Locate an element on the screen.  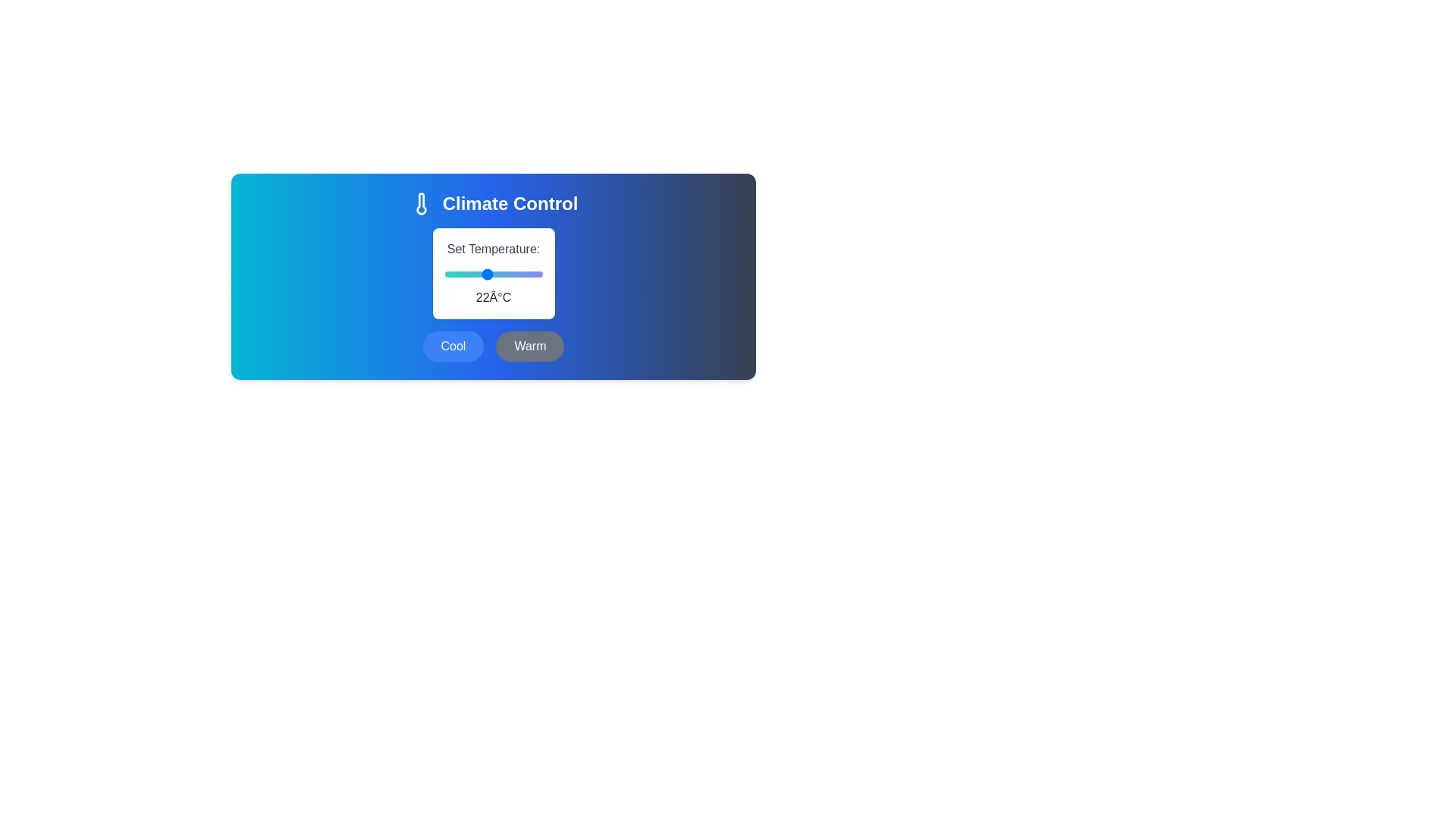
the Text Display element that shows '22°C' is located at coordinates (494, 298).